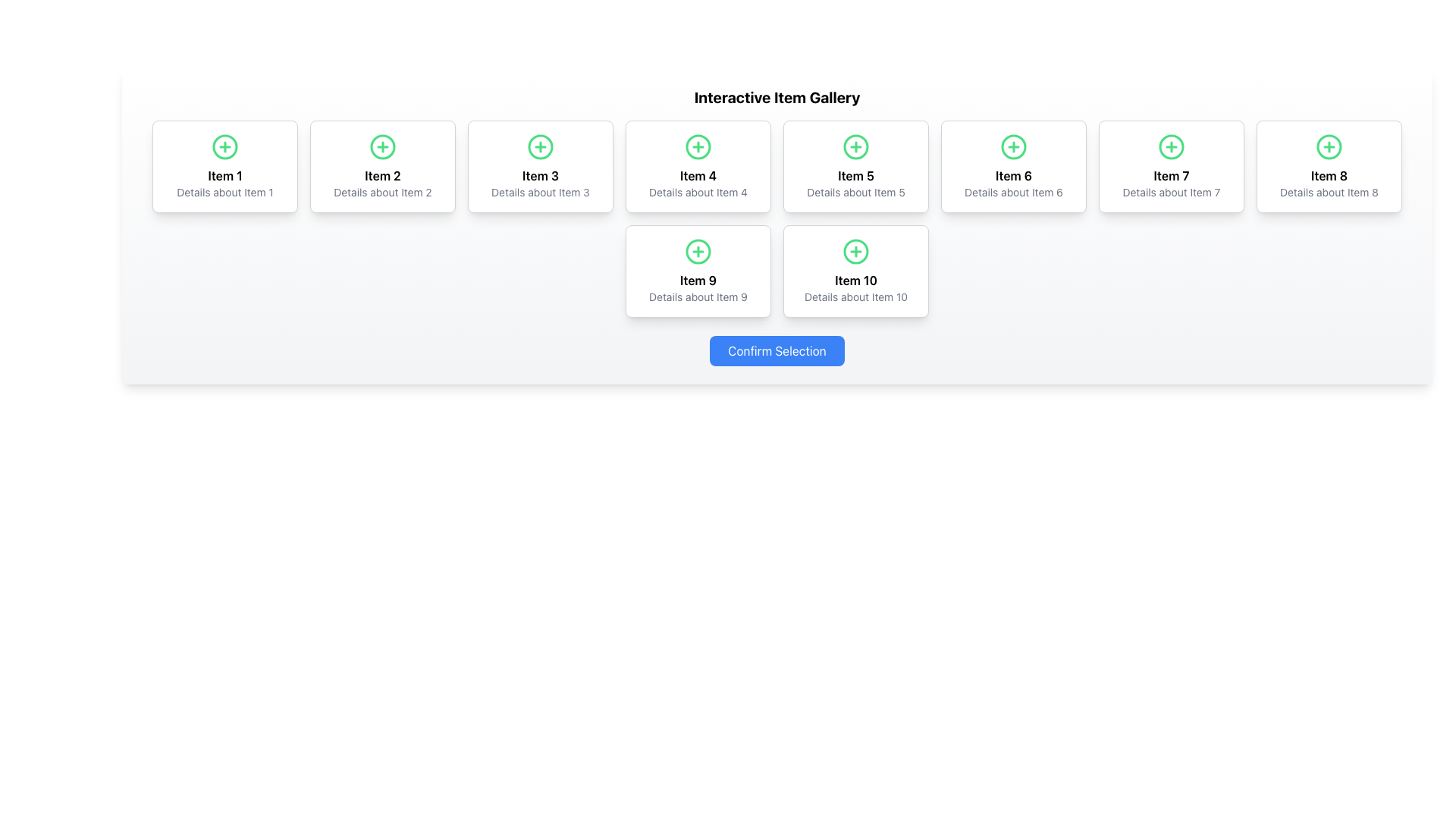 Image resolution: width=1456 pixels, height=819 pixels. Describe the element at coordinates (698, 166) in the screenshot. I see `the Card containing a plus icon, bold text 'Item 4', and smaller gray text 'Details about Item 4', which is the fourth element in a horizontally aligned grid` at that location.